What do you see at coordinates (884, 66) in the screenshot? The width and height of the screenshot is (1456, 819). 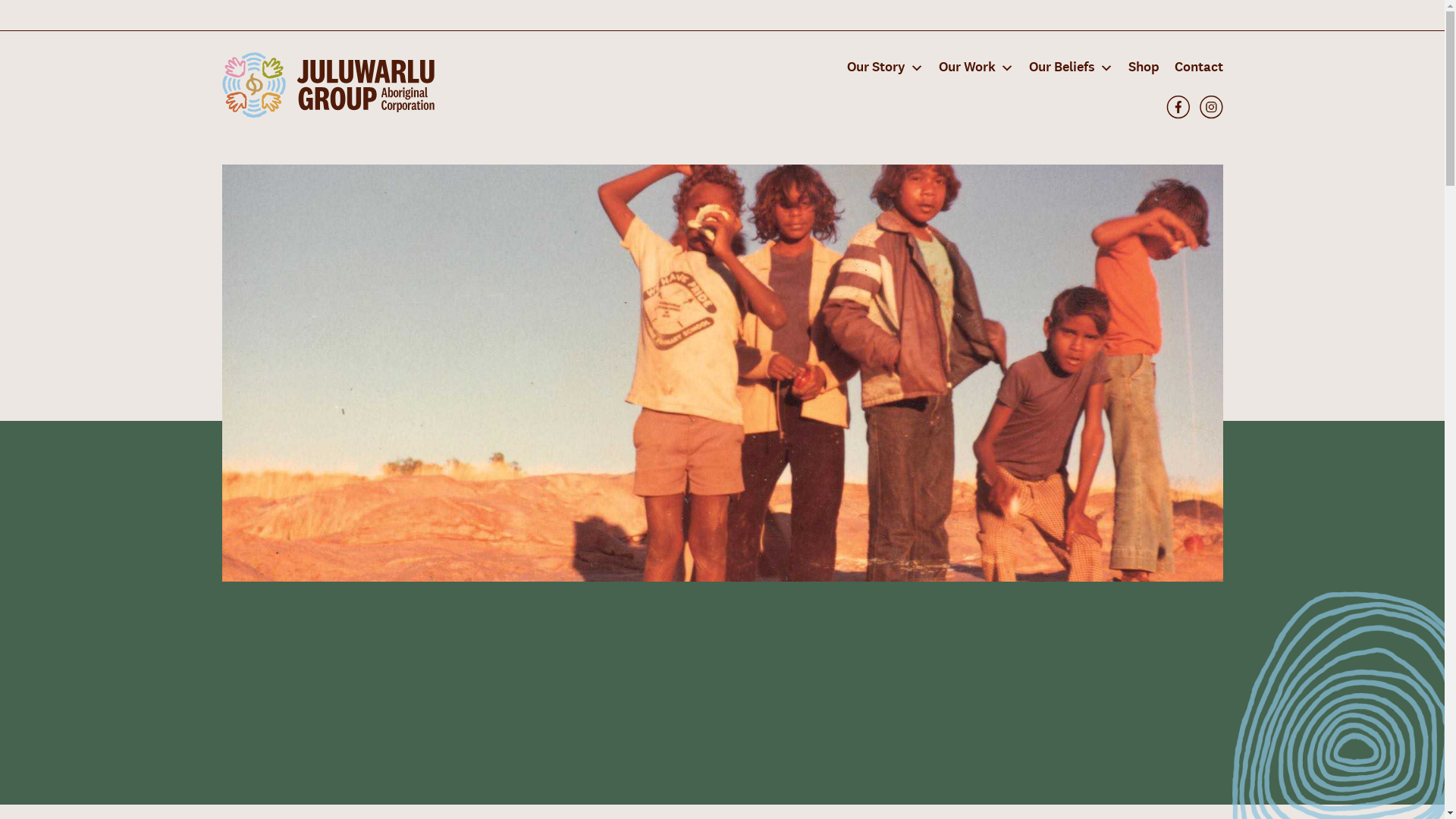 I see `'Our Story'` at bounding box center [884, 66].